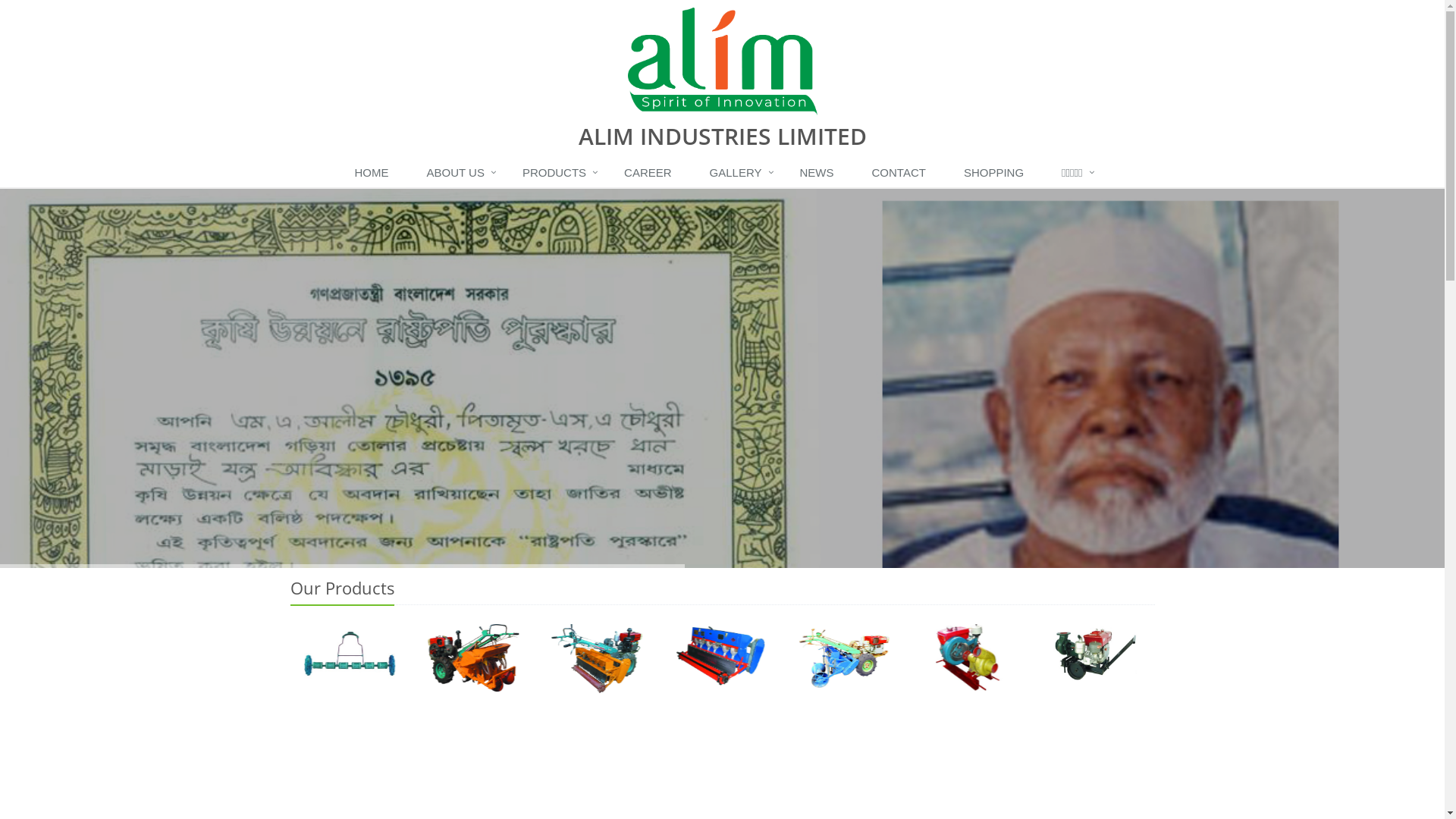  Describe the element at coordinates (997, 172) in the screenshot. I see `'SHOPPING'` at that location.